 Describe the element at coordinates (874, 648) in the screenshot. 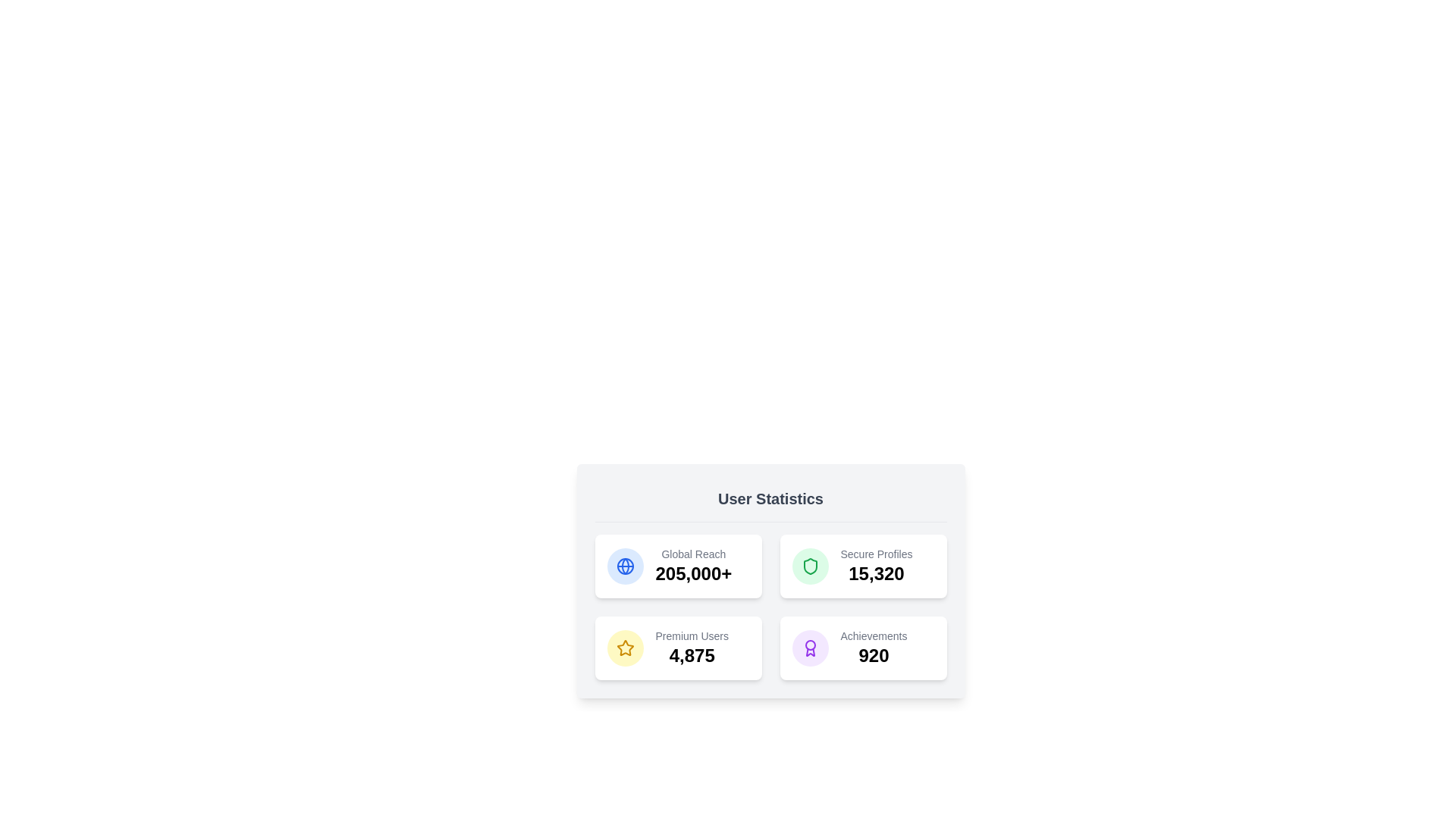

I see `the Statistical display element that shows 'Achievements' in a smaller gray font and the bold number '920' in black, located in the bottom-right quadrant of the User Statistics card` at that location.